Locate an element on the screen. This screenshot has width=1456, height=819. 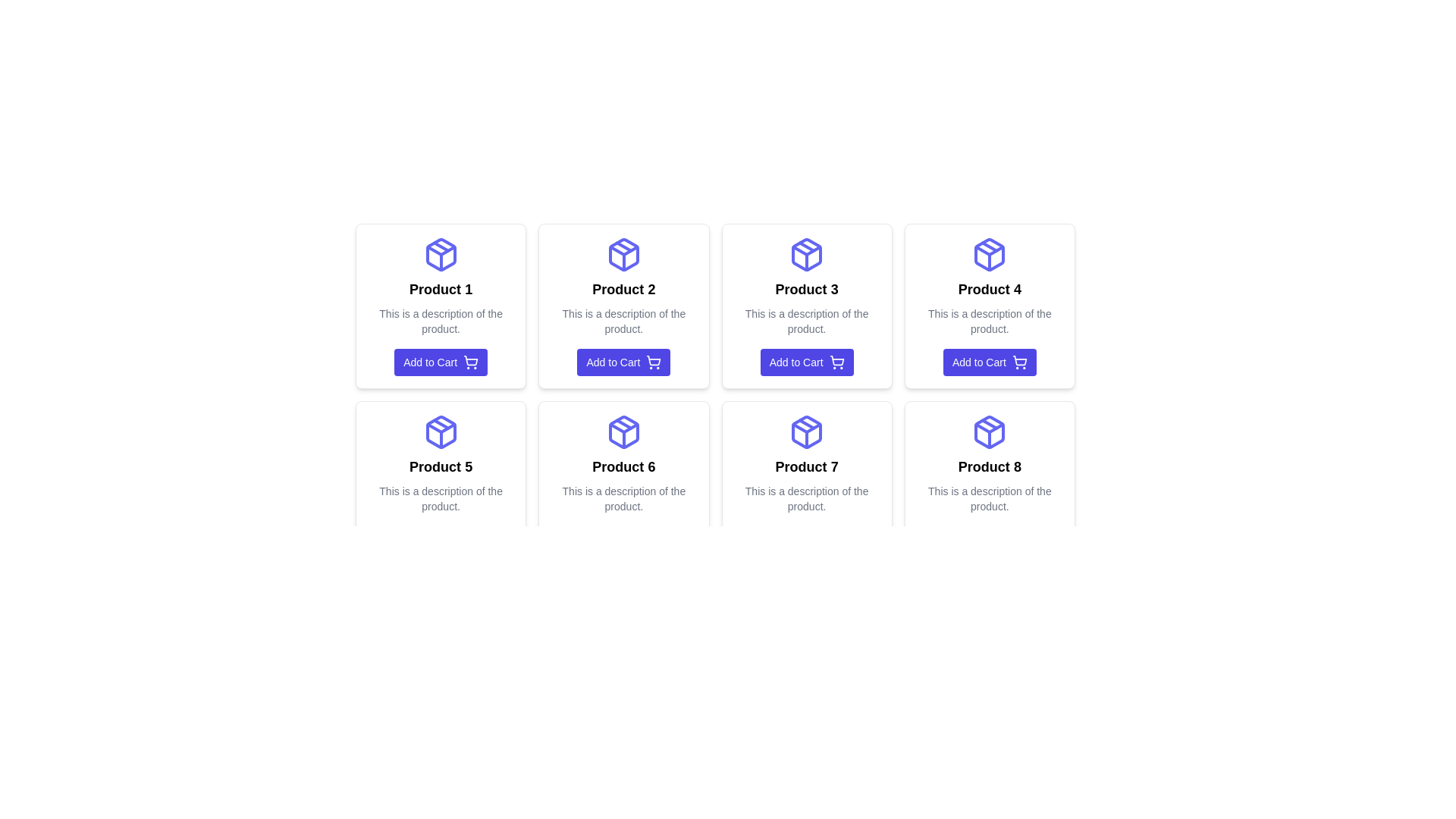
the Decorative Icon Component resembling a 3-dimensional package at the top of the 'Product 5' card in the second row is located at coordinates (440, 432).